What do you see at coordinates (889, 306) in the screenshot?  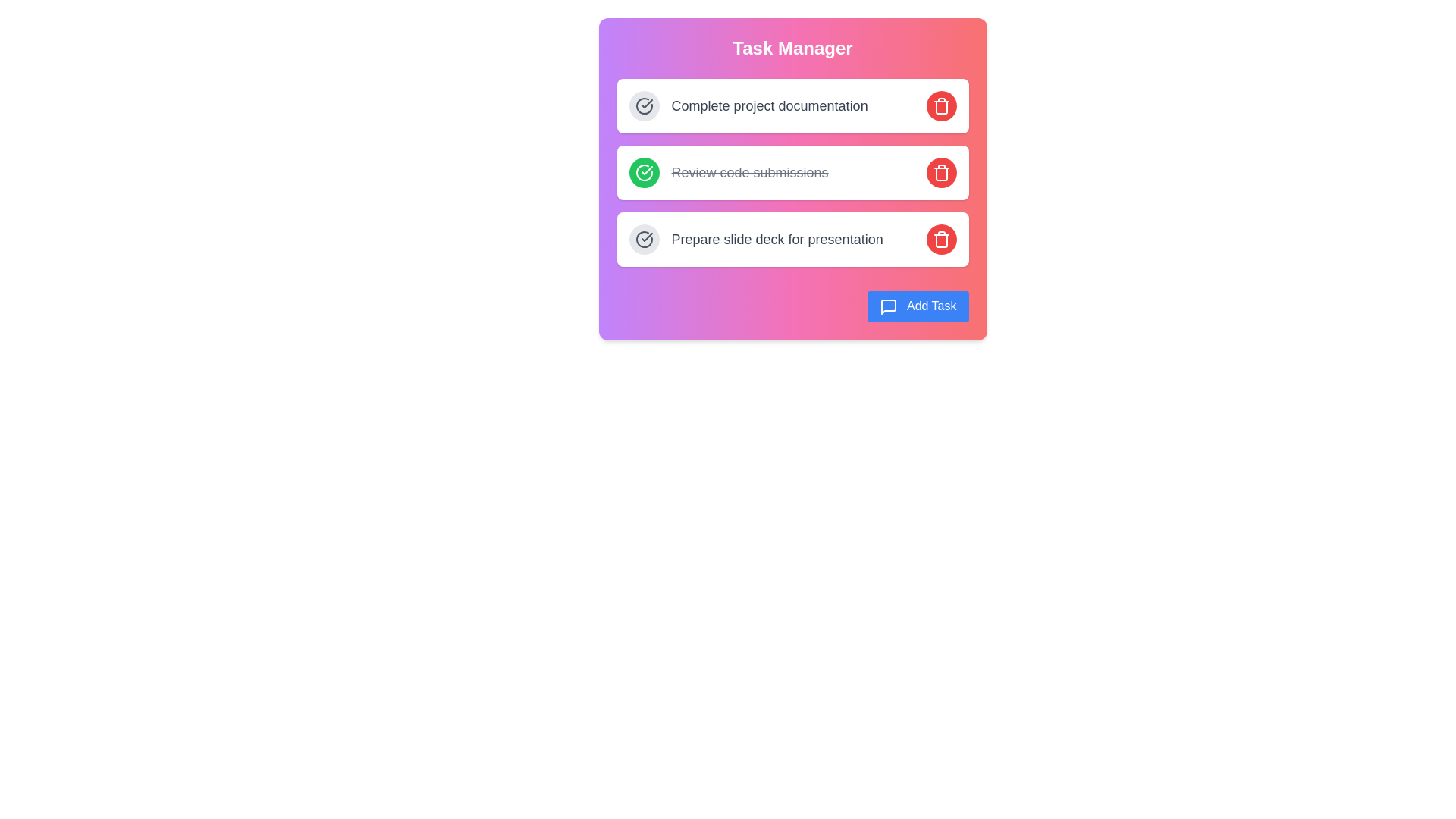 I see `the speech bubble icon located within the 'Add Task' button, positioned on the lower-right corner, to enhance the context of messaging or task addition` at bounding box center [889, 306].